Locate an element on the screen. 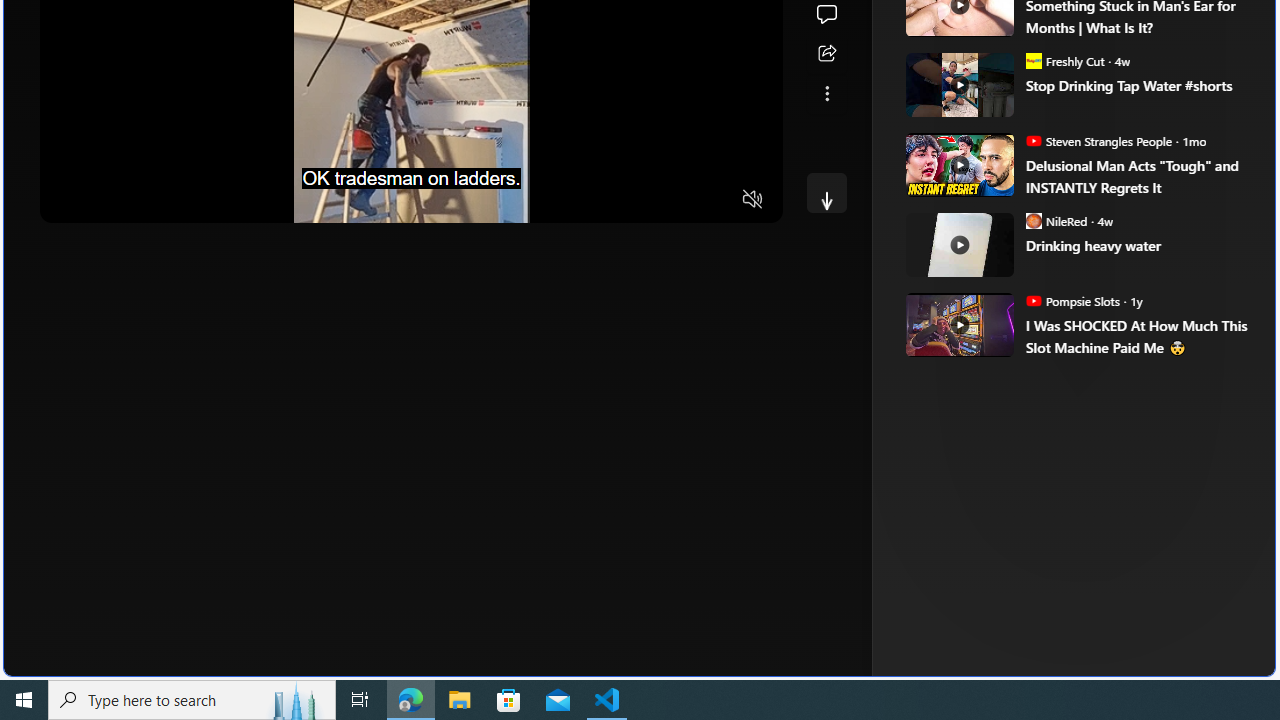 This screenshot has height=720, width=1280. 'Captions' is located at coordinates (675, 200).